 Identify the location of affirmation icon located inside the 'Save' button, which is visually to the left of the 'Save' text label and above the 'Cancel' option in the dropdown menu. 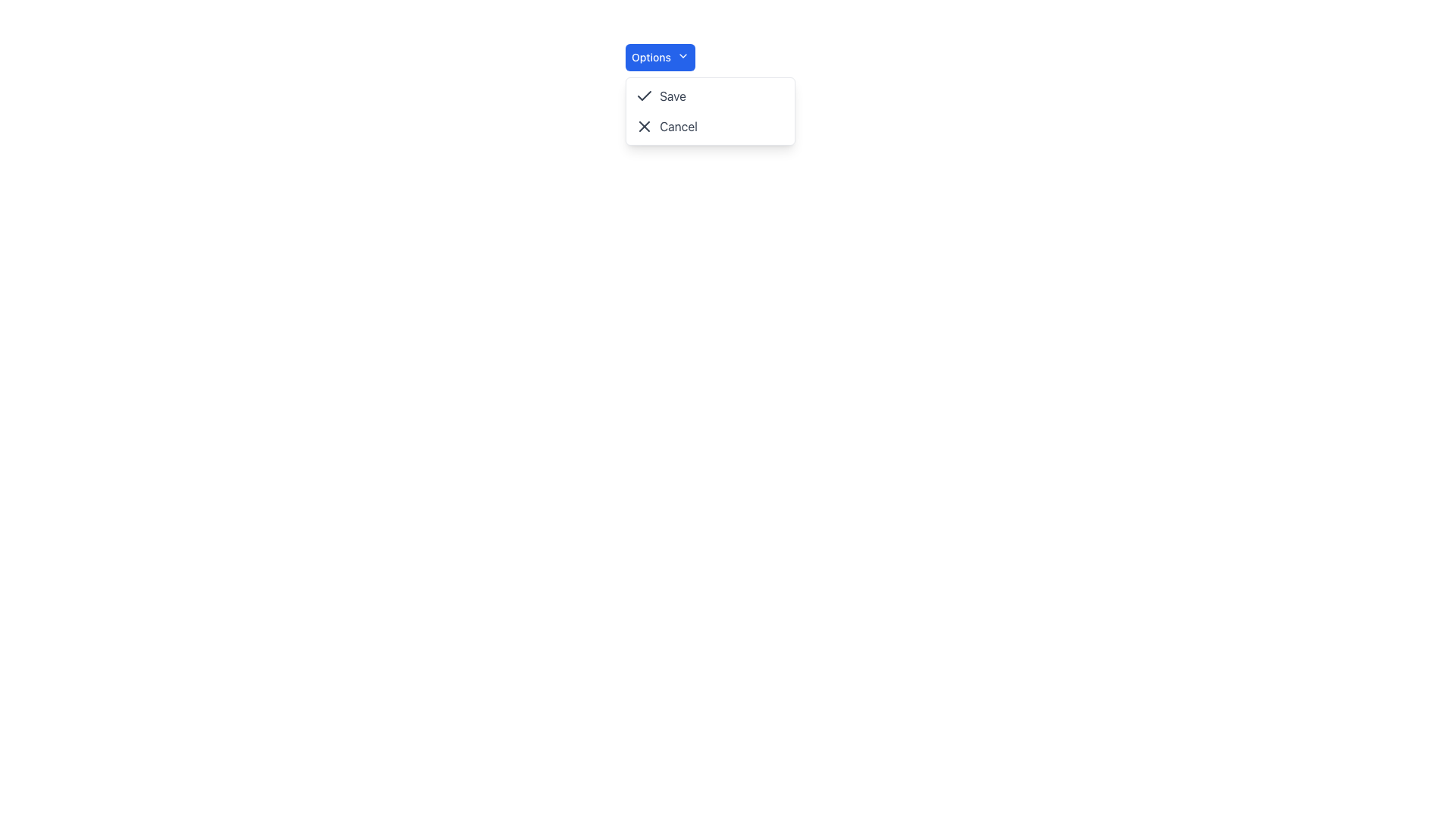
(645, 96).